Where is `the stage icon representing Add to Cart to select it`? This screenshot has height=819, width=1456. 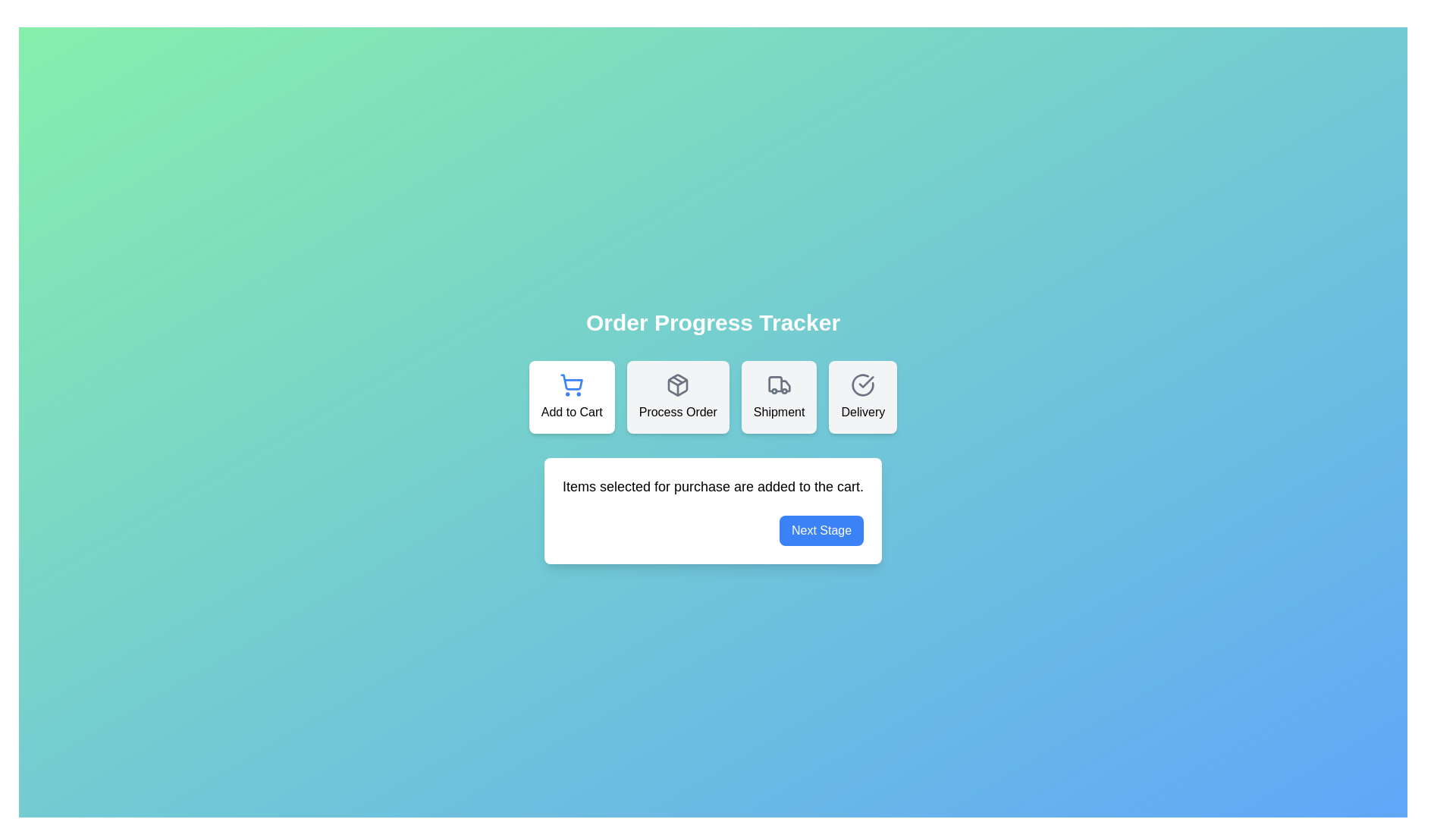
the stage icon representing Add to Cart to select it is located at coordinates (570, 397).